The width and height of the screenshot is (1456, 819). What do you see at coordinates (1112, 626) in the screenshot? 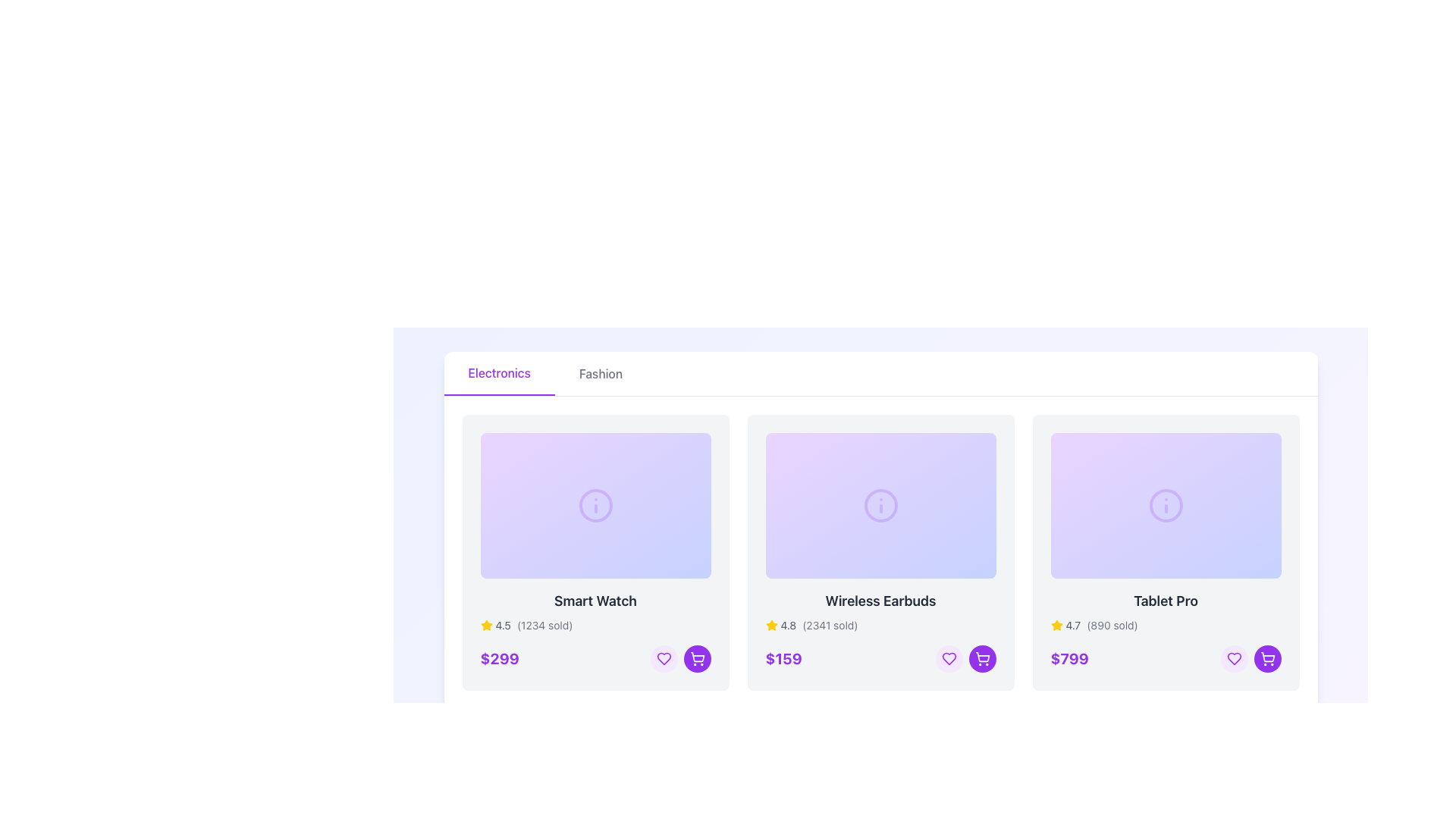
I see `the informational label displaying the number of units sold for the product 'Tablet Pro', which is positioned to the right of the '4.7' rating text` at bounding box center [1112, 626].